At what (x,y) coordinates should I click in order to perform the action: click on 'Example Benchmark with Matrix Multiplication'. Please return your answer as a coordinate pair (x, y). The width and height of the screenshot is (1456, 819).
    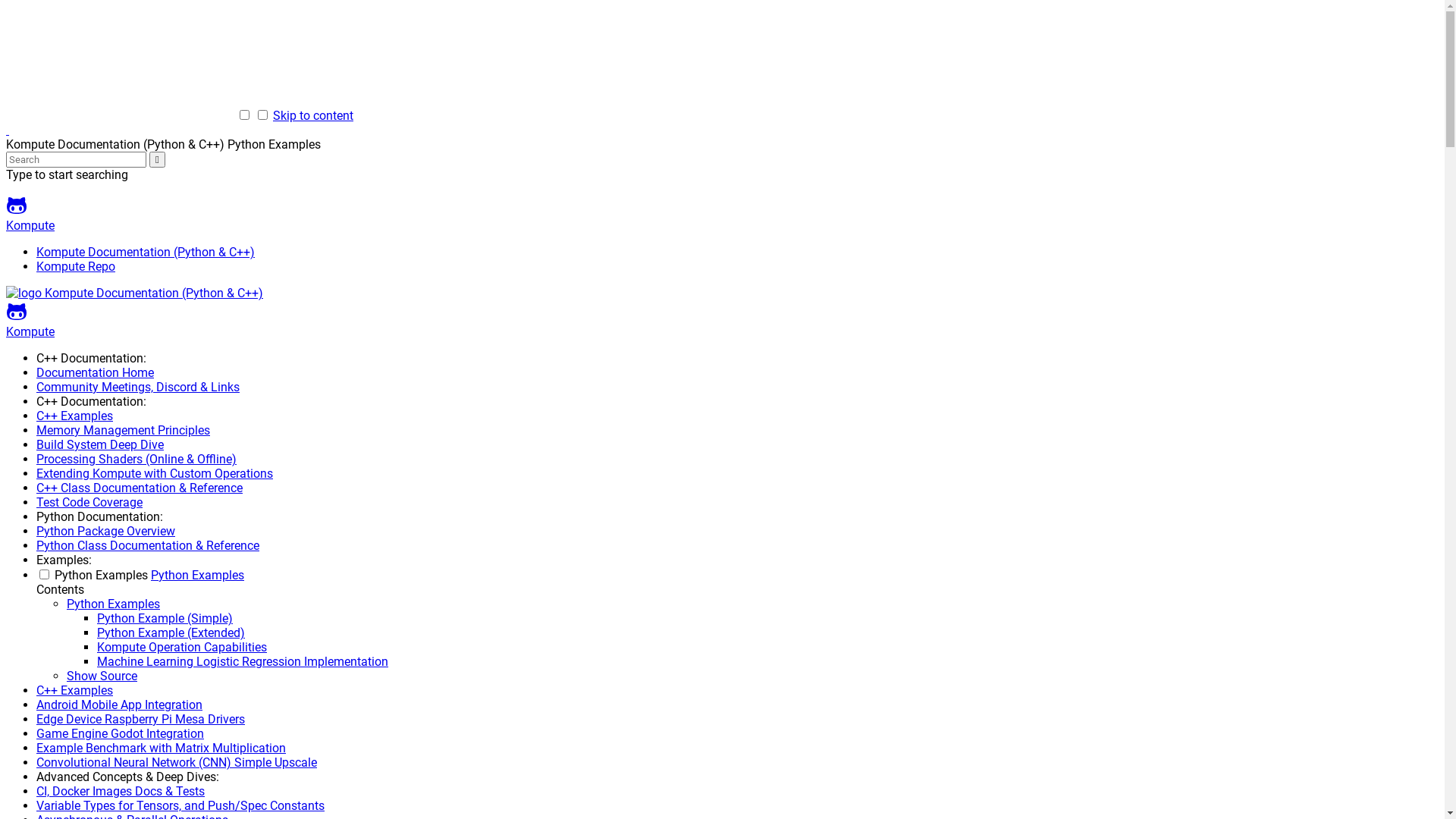
    Looking at the image, I should click on (36, 747).